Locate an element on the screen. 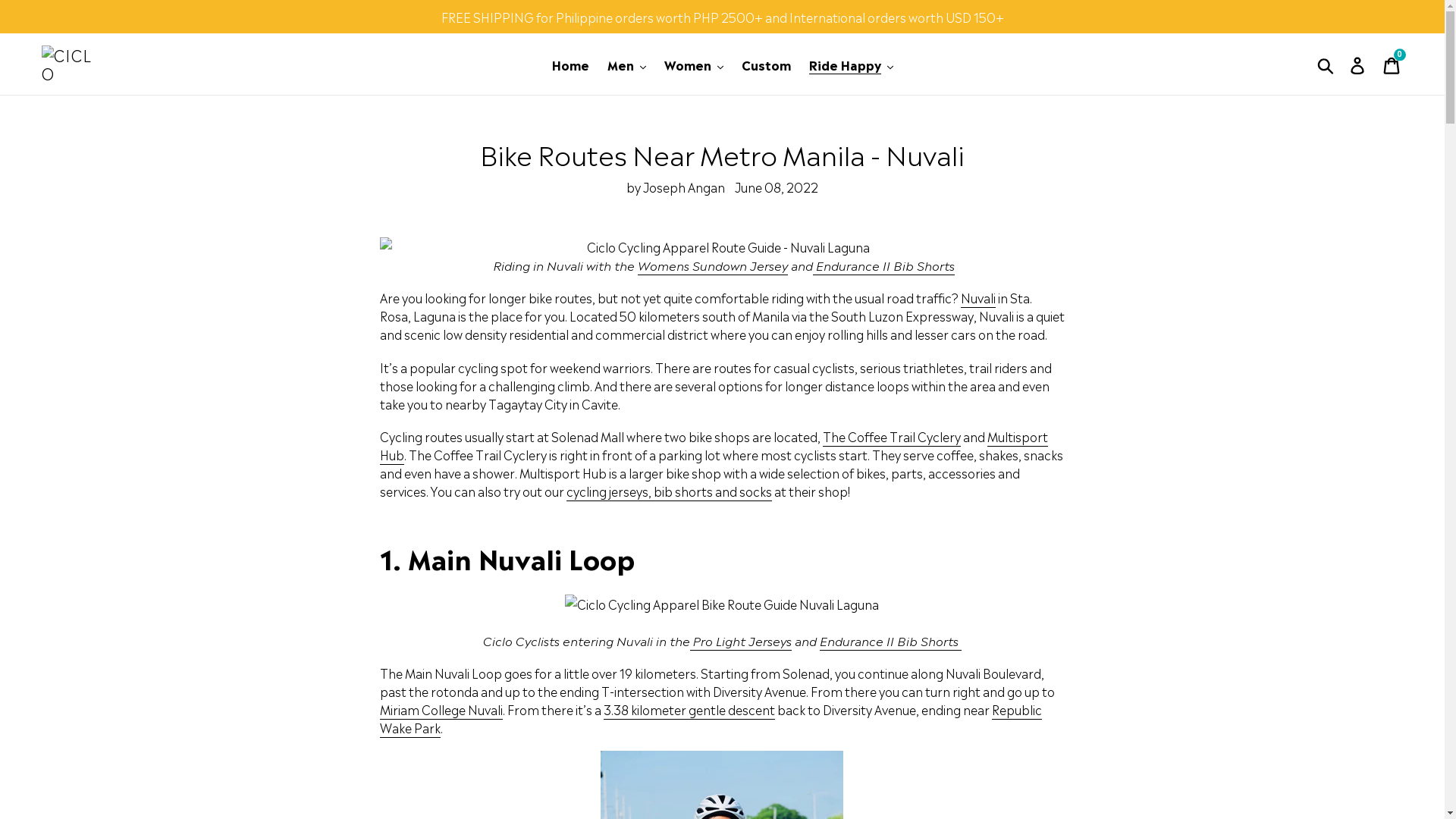 This screenshot has width=1456, height=819. 'Custom' is located at coordinates (734, 63).